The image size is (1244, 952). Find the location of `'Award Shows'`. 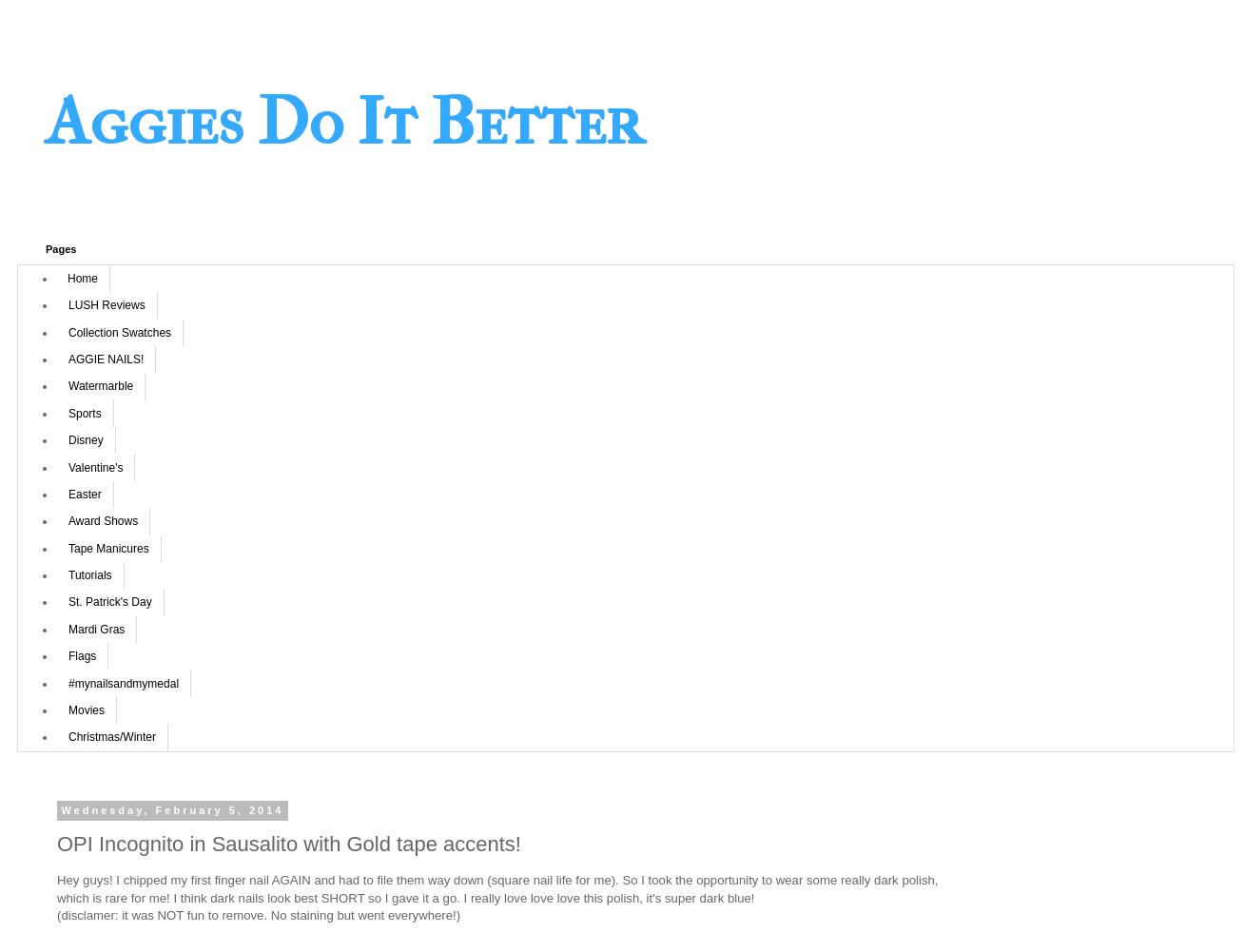

'Award Shows' is located at coordinates (68, 520).